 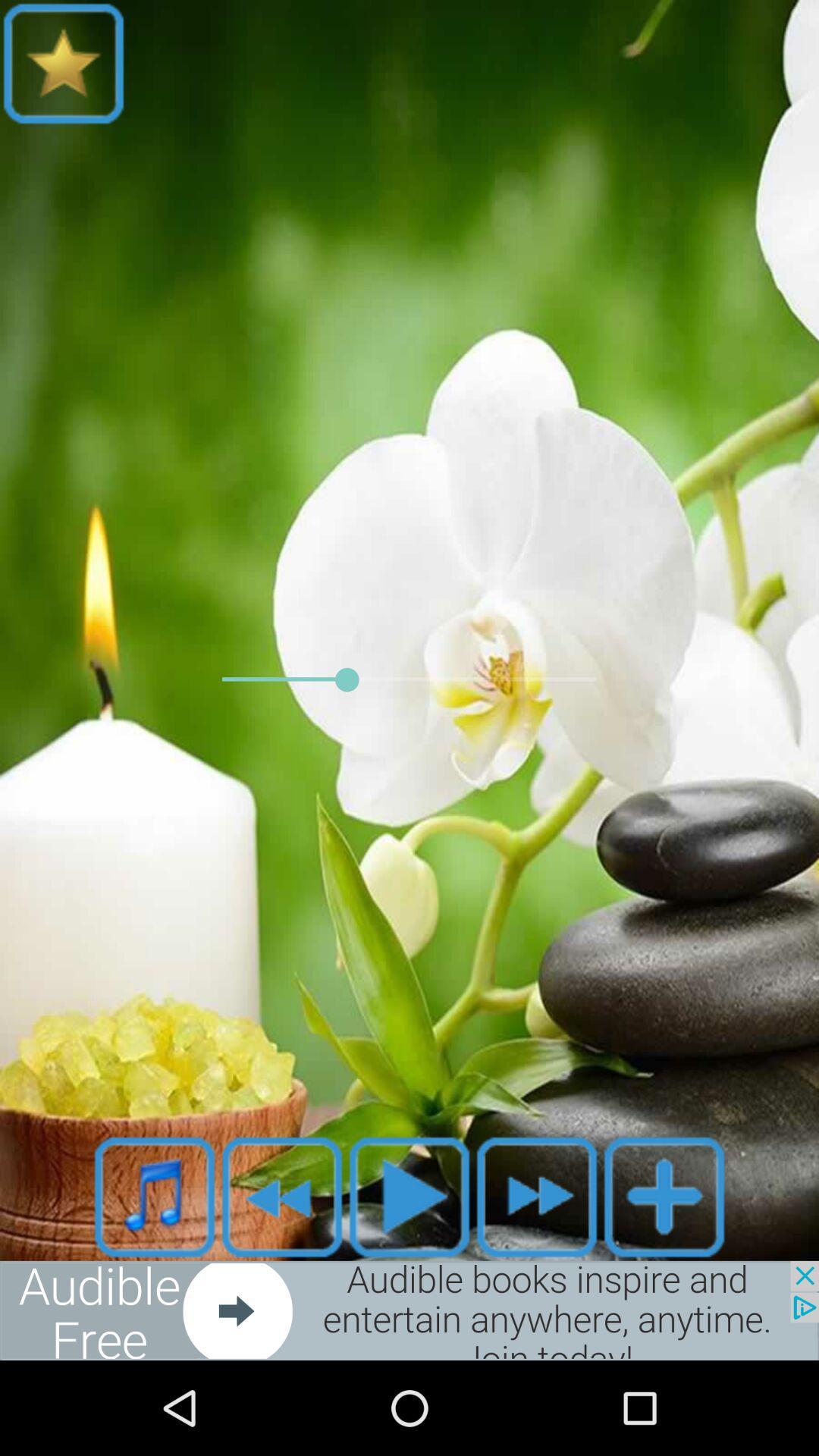 What do you see at coordinates (409, 1196) in the screenshot?
I see `option` at bounding box center [409, 1196].